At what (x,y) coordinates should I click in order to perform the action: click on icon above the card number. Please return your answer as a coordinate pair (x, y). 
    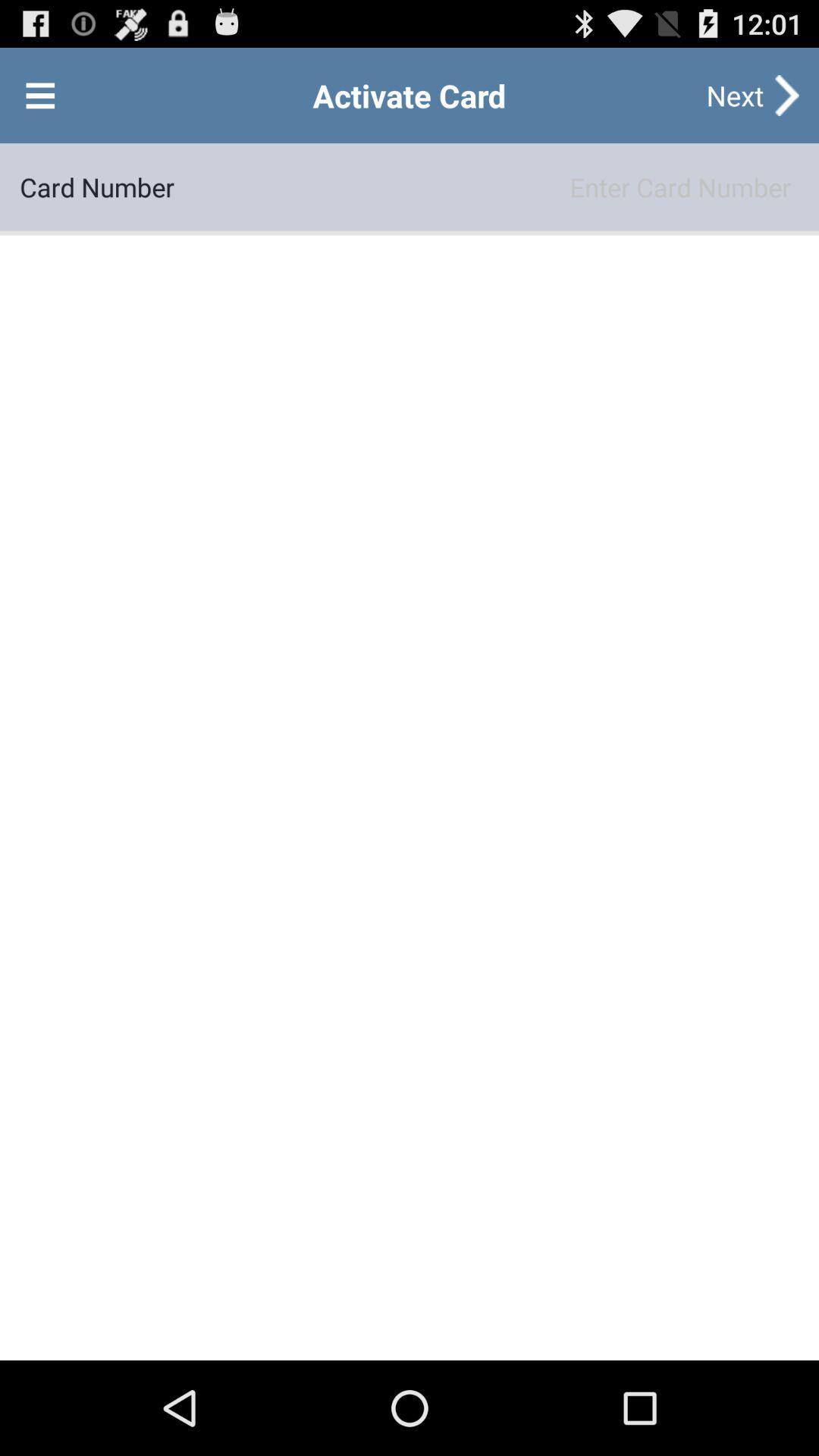
    Looking at the image, I should click on (39, 94).